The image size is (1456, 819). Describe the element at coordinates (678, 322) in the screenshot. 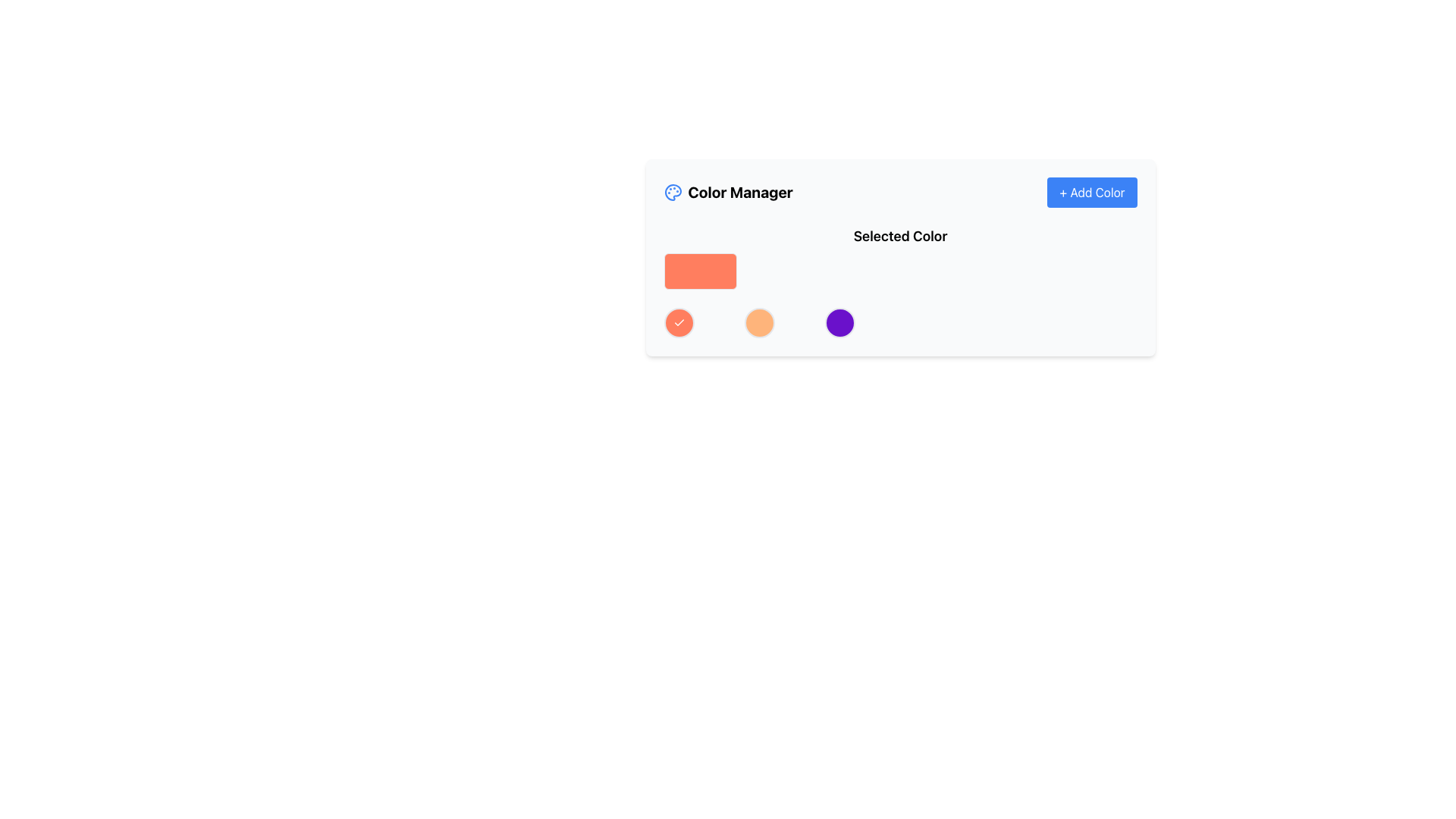

I see `the SVG-based icon inside the orange circular button at the bottom left of the color selection card` at that location.